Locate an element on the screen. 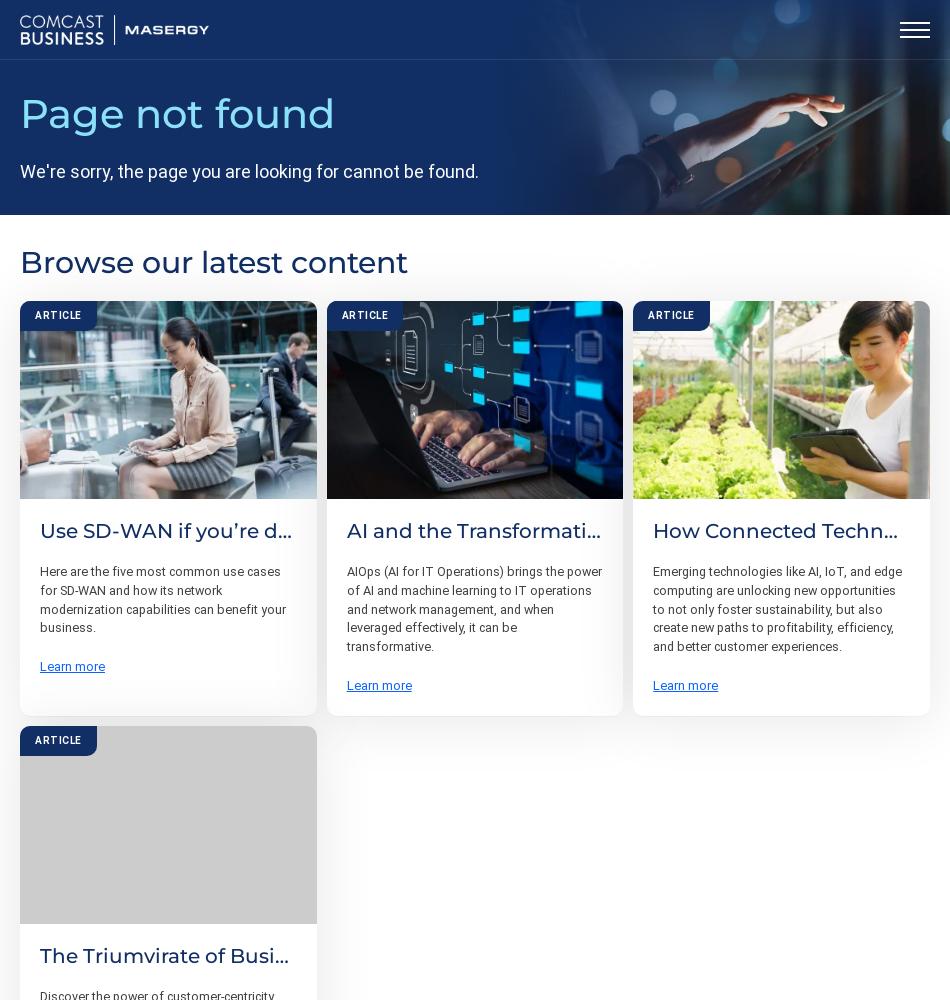  'Business Email Address' is located at coordinates (148, 801).